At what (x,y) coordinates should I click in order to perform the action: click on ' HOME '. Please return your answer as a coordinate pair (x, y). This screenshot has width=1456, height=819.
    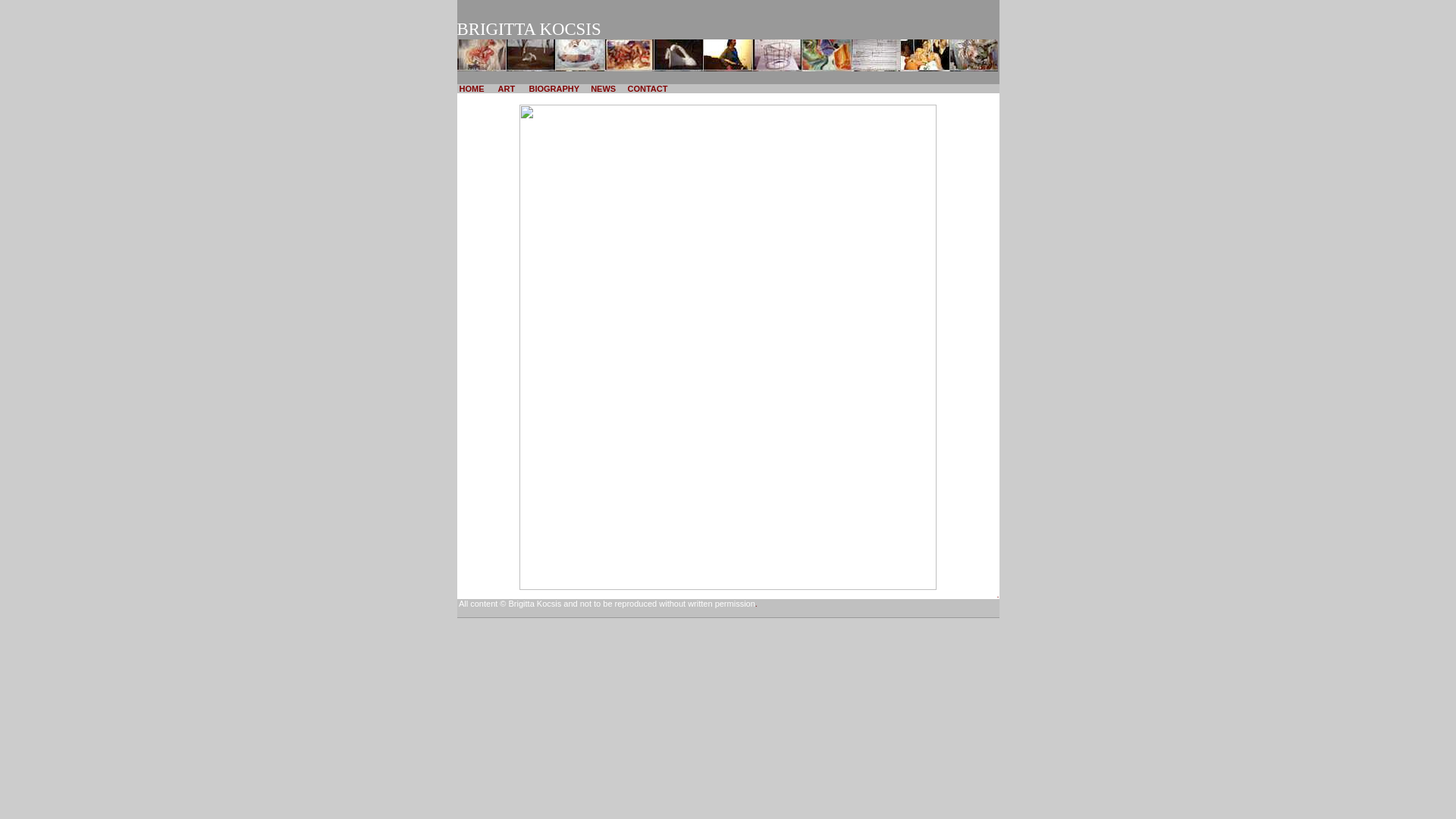
    Looking at the image, I should click on (470, 88).